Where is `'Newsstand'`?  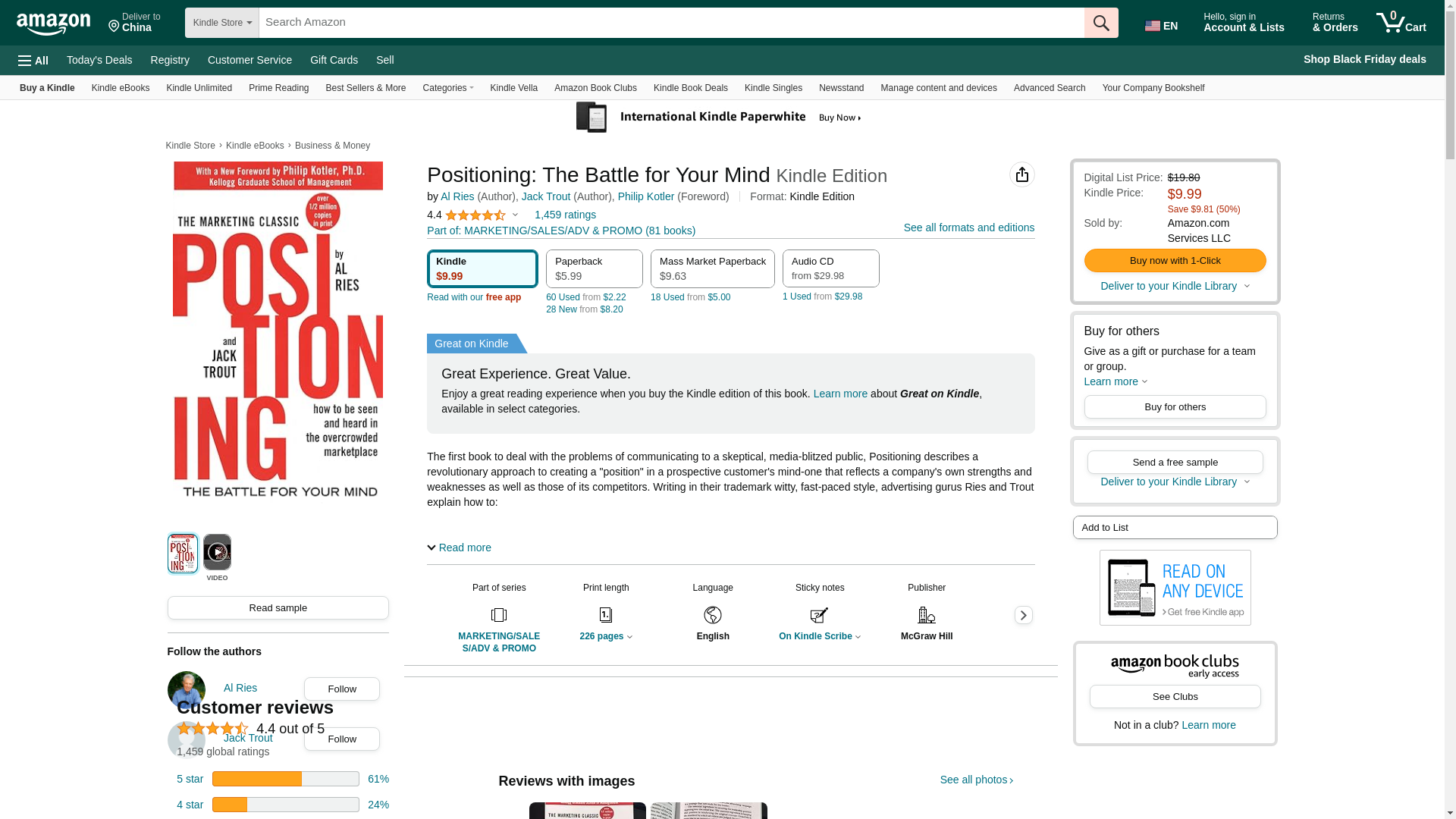 'Newsstand' is located at coordinates (840, 87).